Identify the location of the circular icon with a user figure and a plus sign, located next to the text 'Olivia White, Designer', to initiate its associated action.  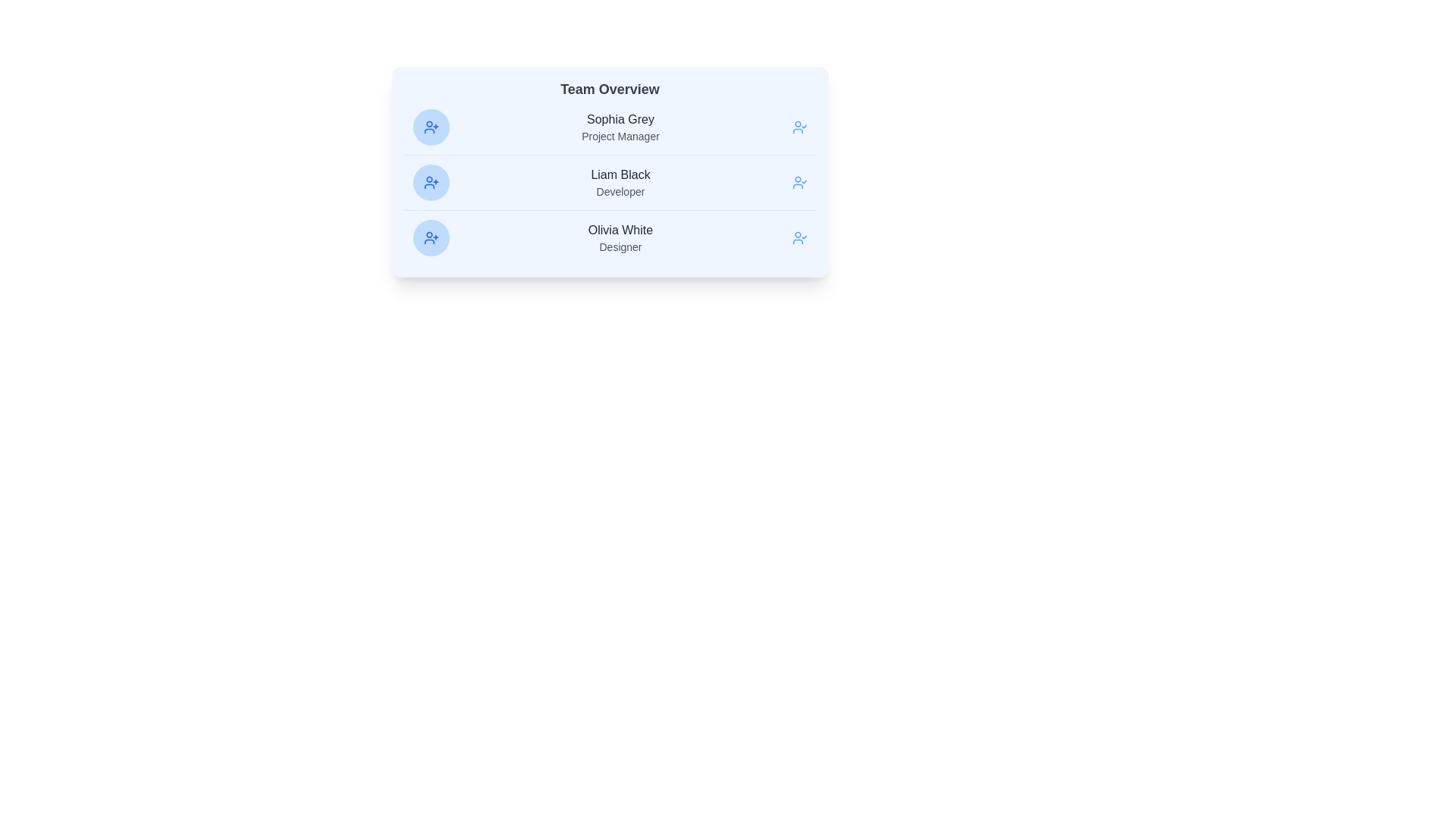
(430, 237).